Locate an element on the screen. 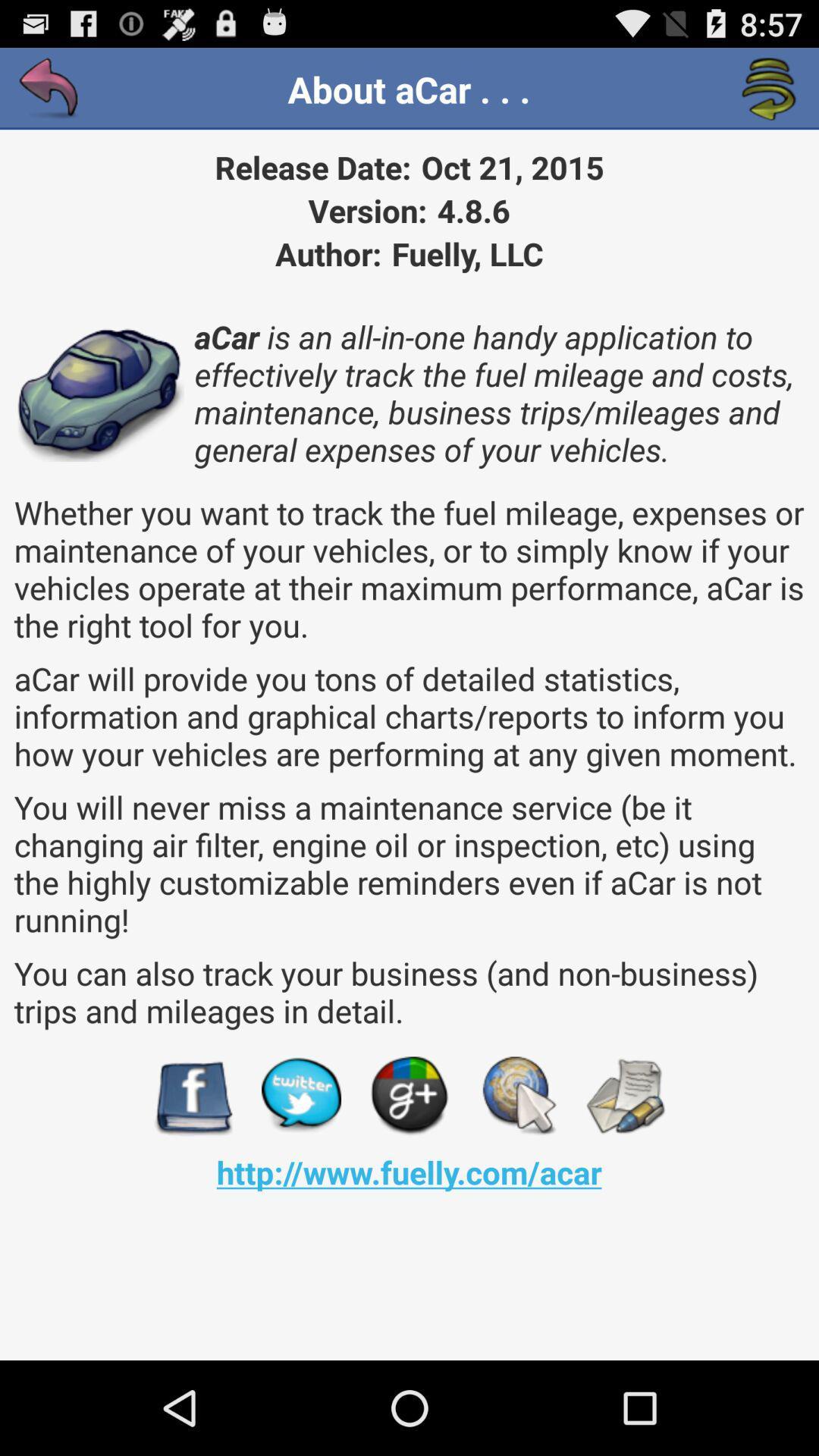 This screenshot has width=819, height=1456. the twitter icon is located at coordinates (301, 1172).